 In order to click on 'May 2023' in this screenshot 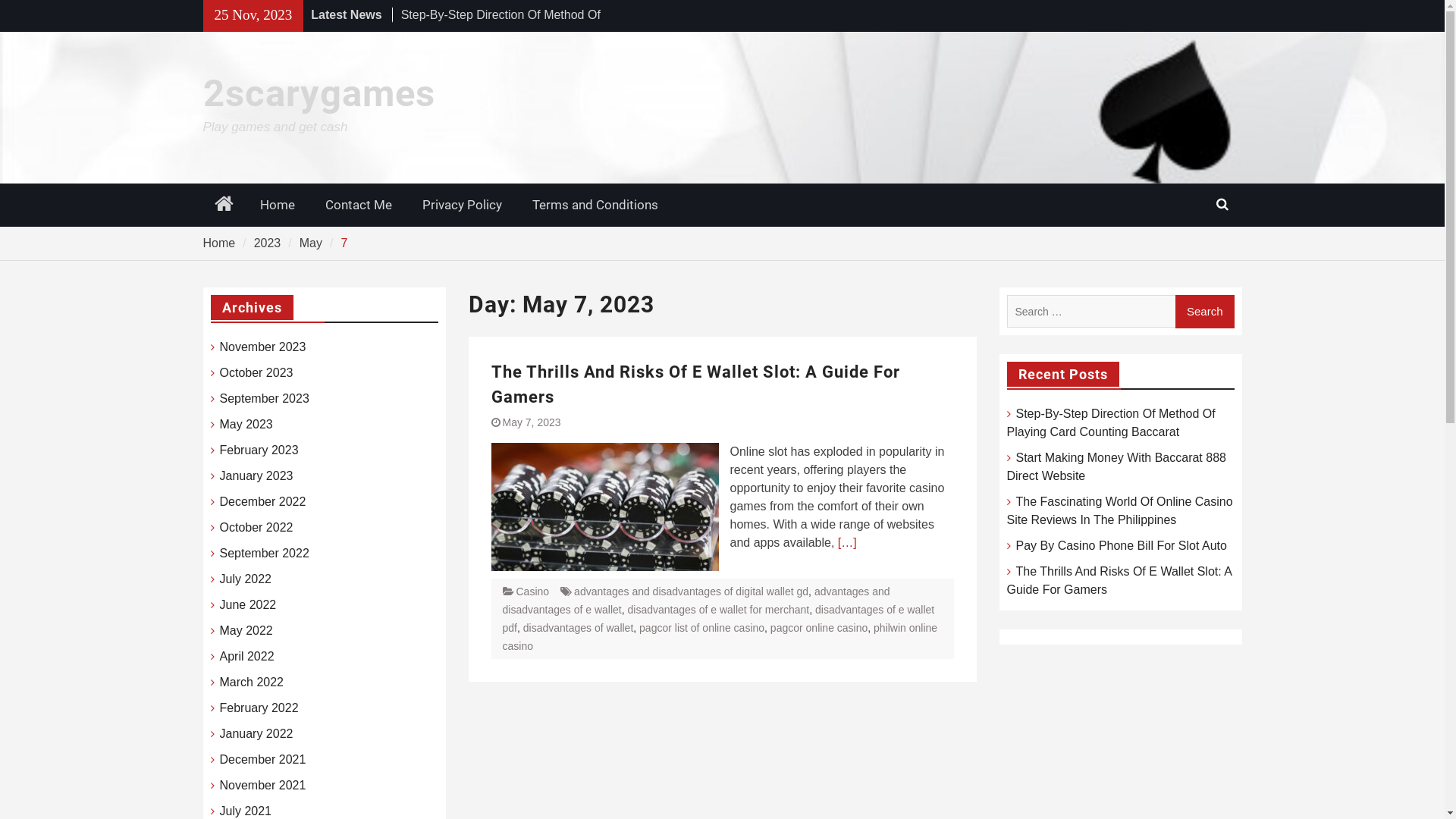, I will do `click(246, 424)`.